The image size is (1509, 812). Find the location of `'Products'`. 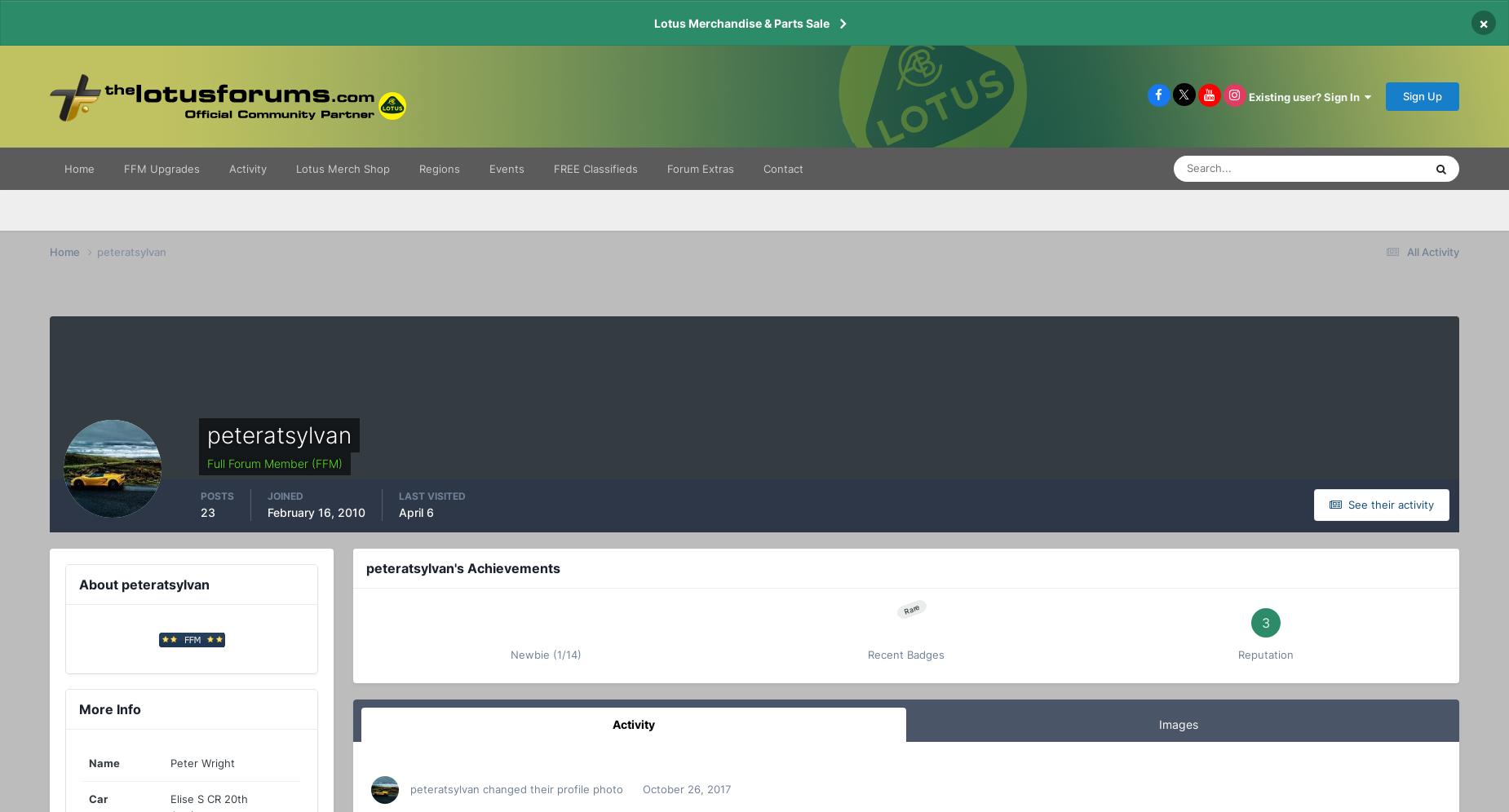

'Products' is located at coordinates (1299, 308).